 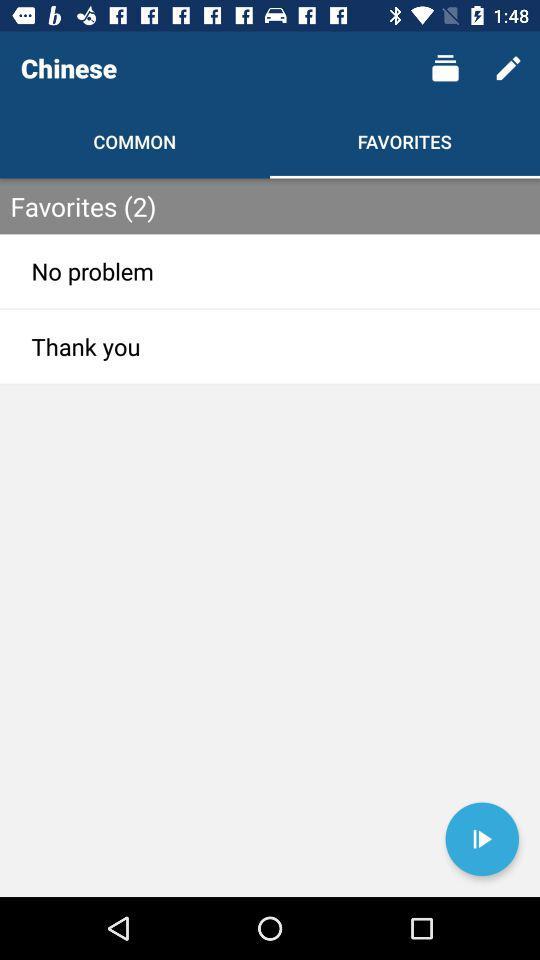 What do you see at coordinates (445, 68) in the screenshot?
I see `the icon above favorites icon` at bounding box center [445, 68].